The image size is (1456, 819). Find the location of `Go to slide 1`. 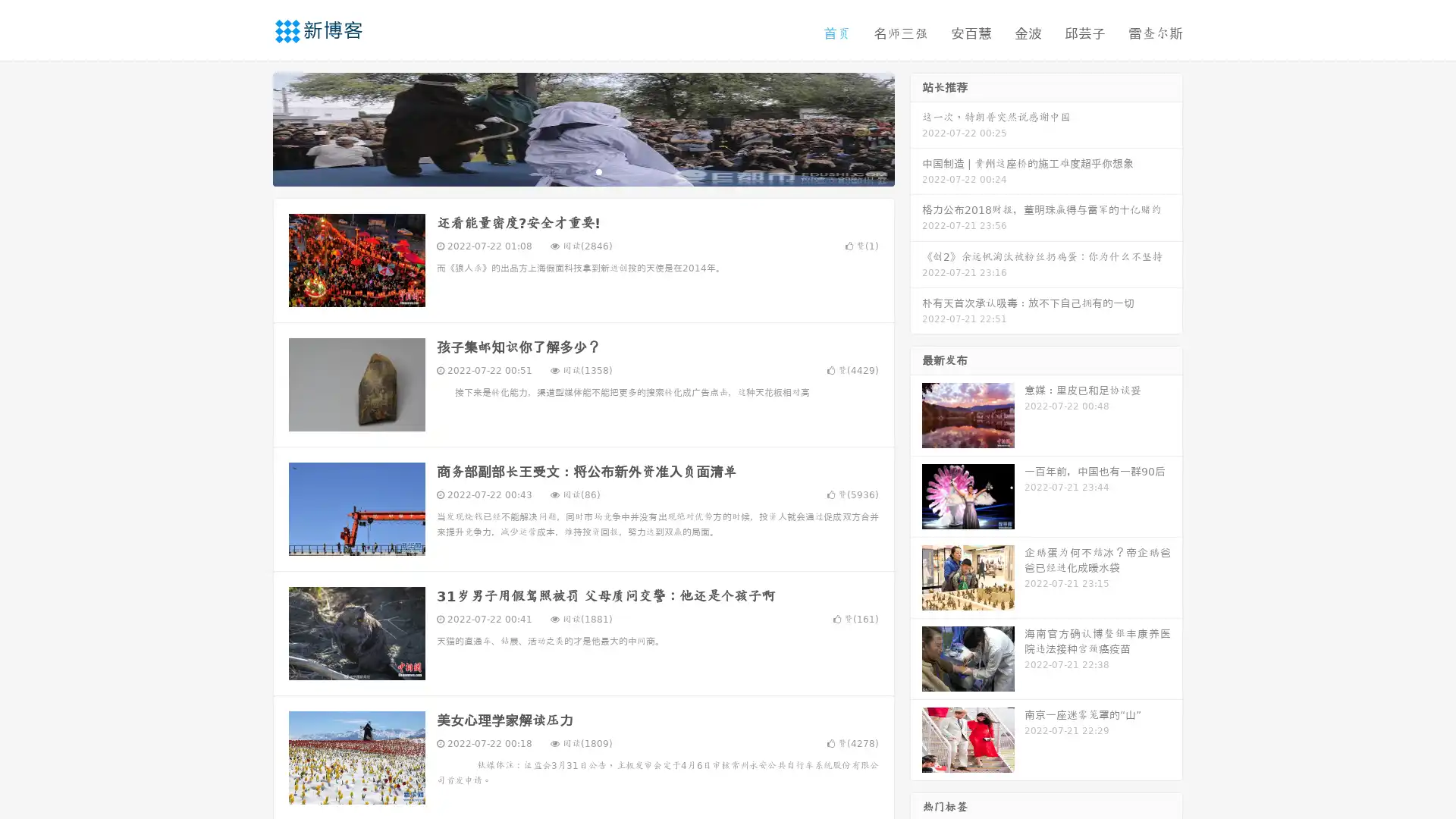

Go to slide 1 is located at coordinates (567, 171).